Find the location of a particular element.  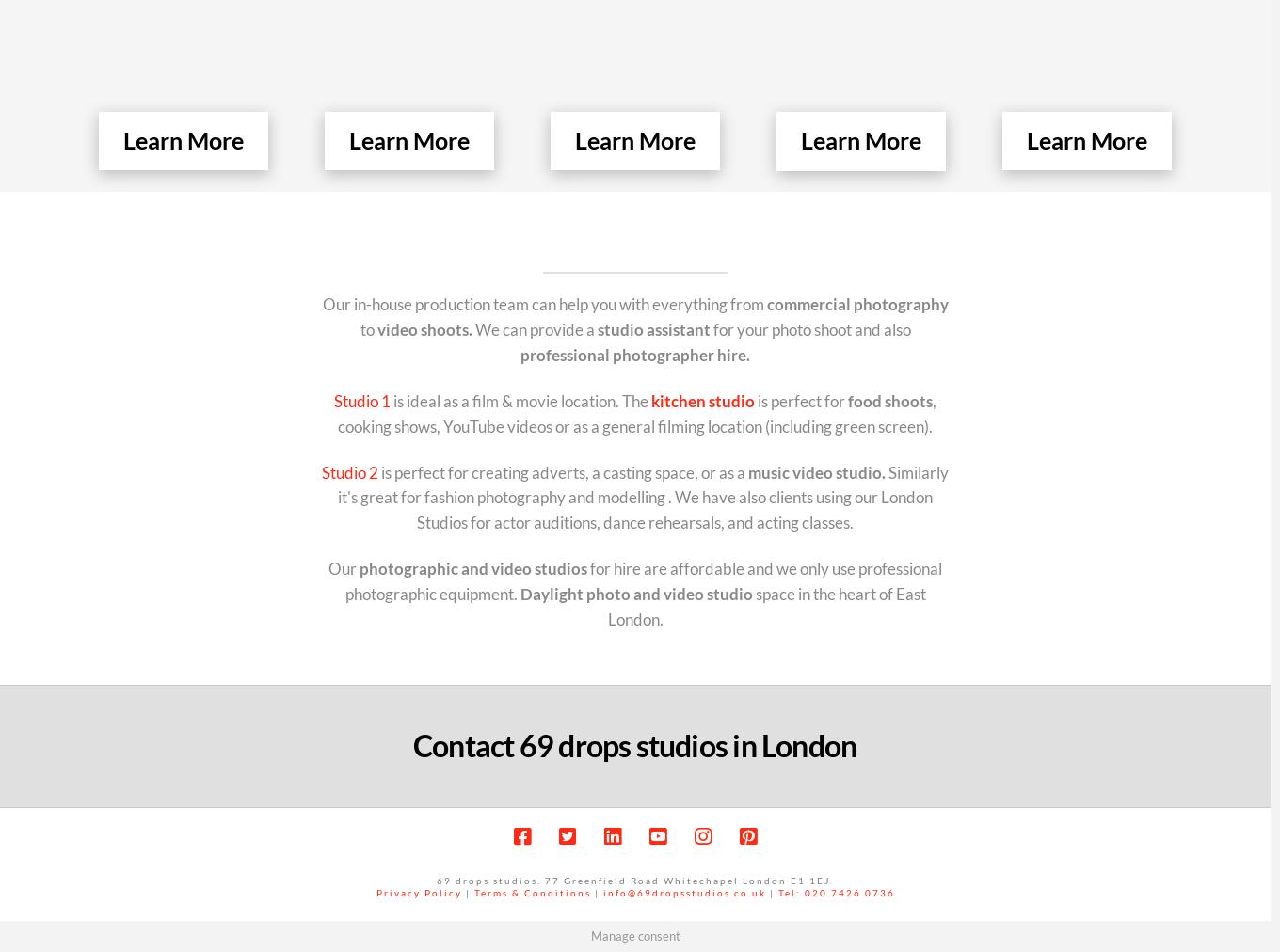

'We can provide a' is located at coordinates (534, 327).